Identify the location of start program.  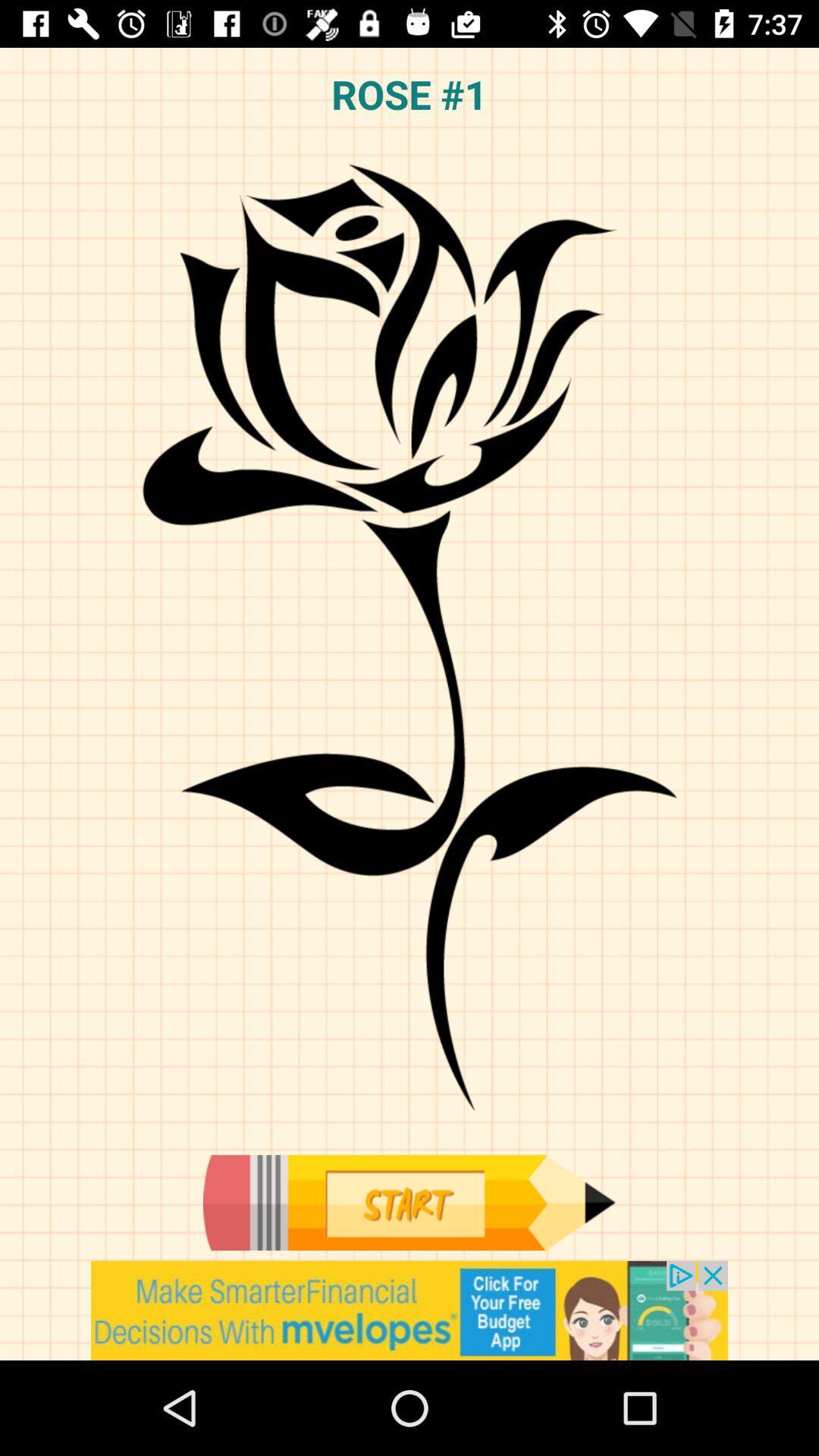
(408, 1202).